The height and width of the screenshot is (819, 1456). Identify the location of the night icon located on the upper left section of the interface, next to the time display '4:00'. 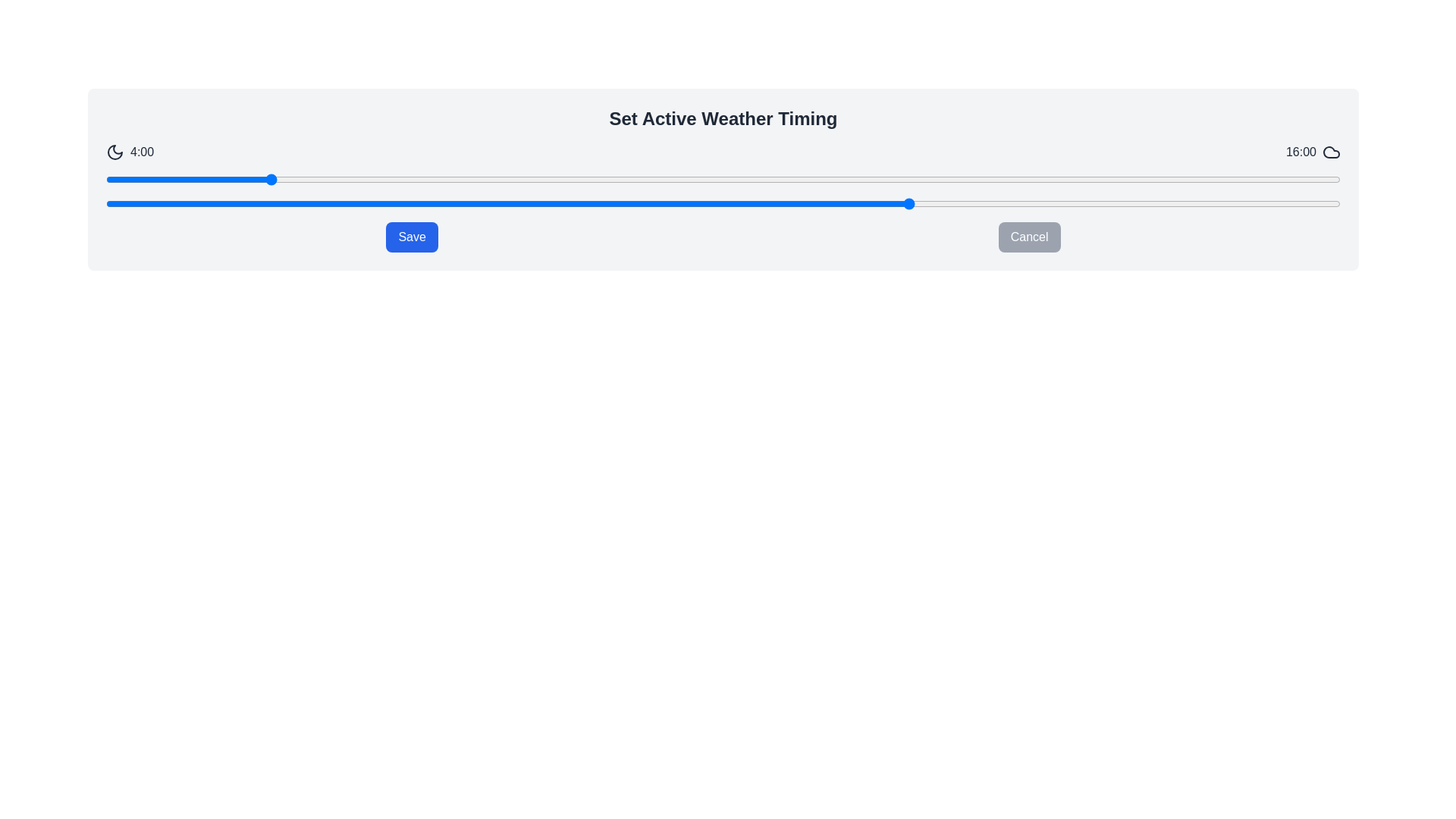
(115, 152).